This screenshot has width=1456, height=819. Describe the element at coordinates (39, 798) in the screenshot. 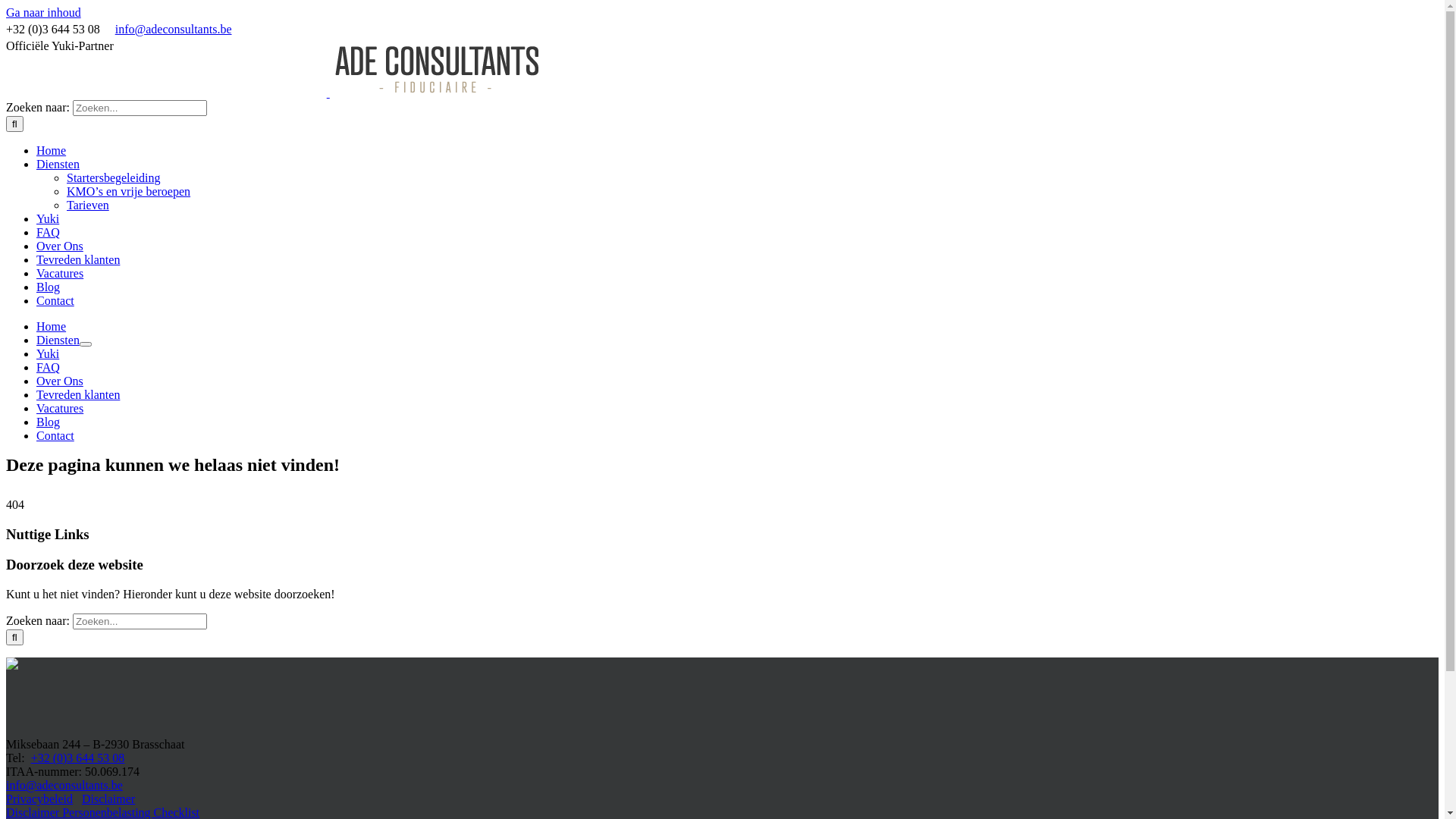

I see `'Privacybeleid'` at that location.